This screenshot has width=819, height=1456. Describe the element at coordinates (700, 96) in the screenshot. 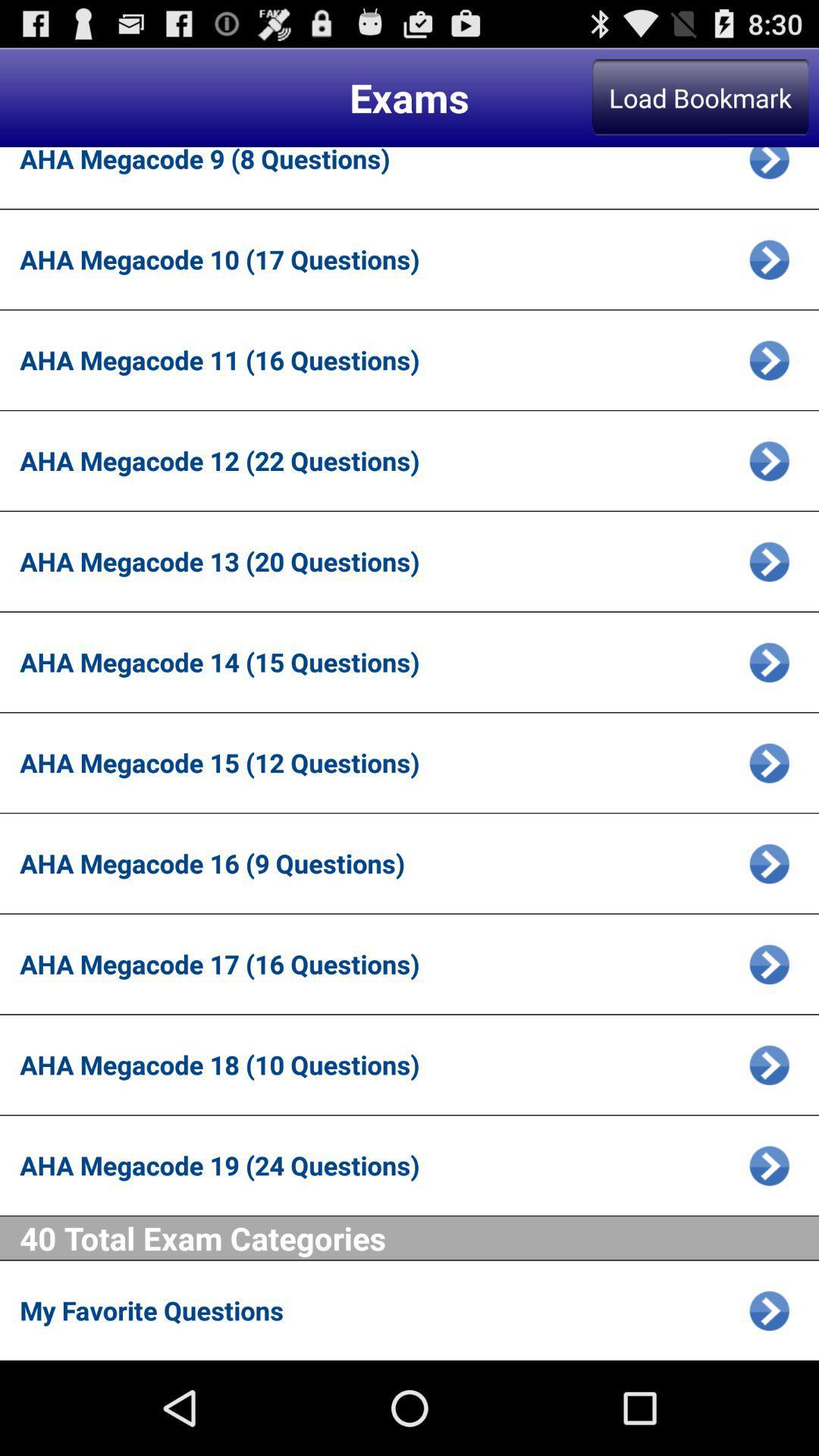

I see `the app to the right of exams icon` at that location.